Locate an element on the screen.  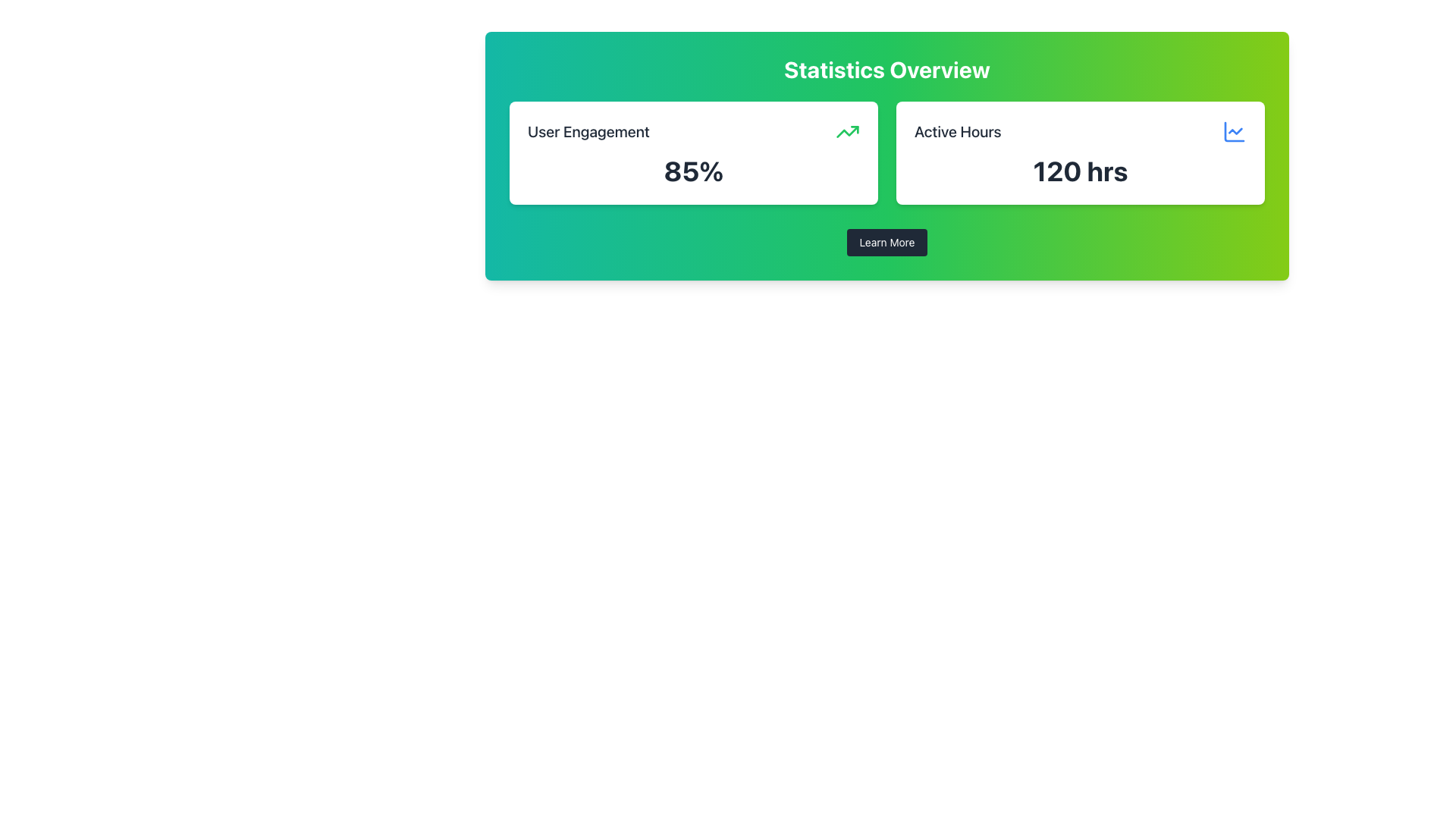
the Labeled Section Header element displaying 'Active Hours' with a line chart icon on the right side is located at coordinates (1080, 130).